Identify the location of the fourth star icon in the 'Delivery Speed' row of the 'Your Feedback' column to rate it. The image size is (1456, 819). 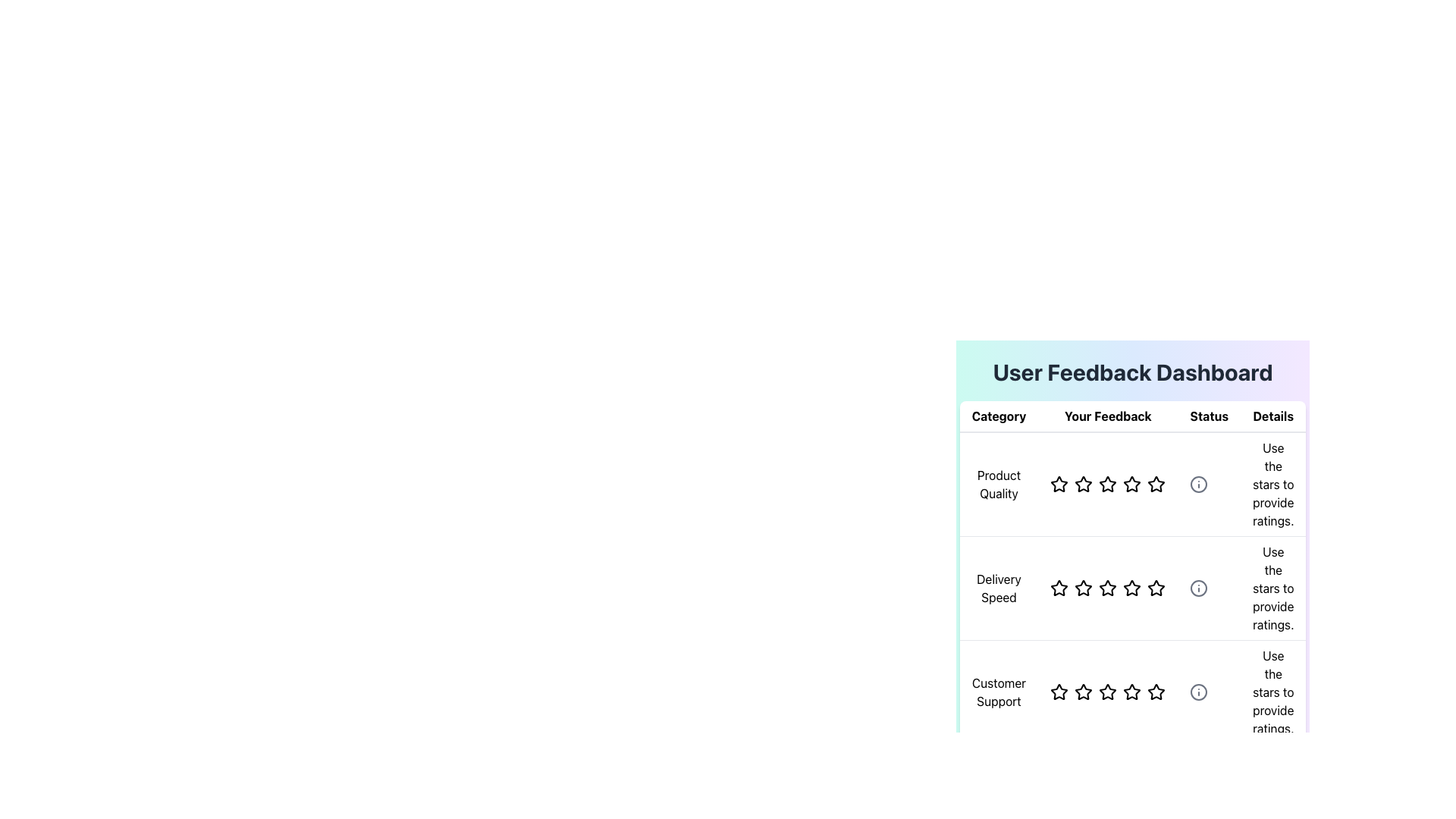
(1132, 587).